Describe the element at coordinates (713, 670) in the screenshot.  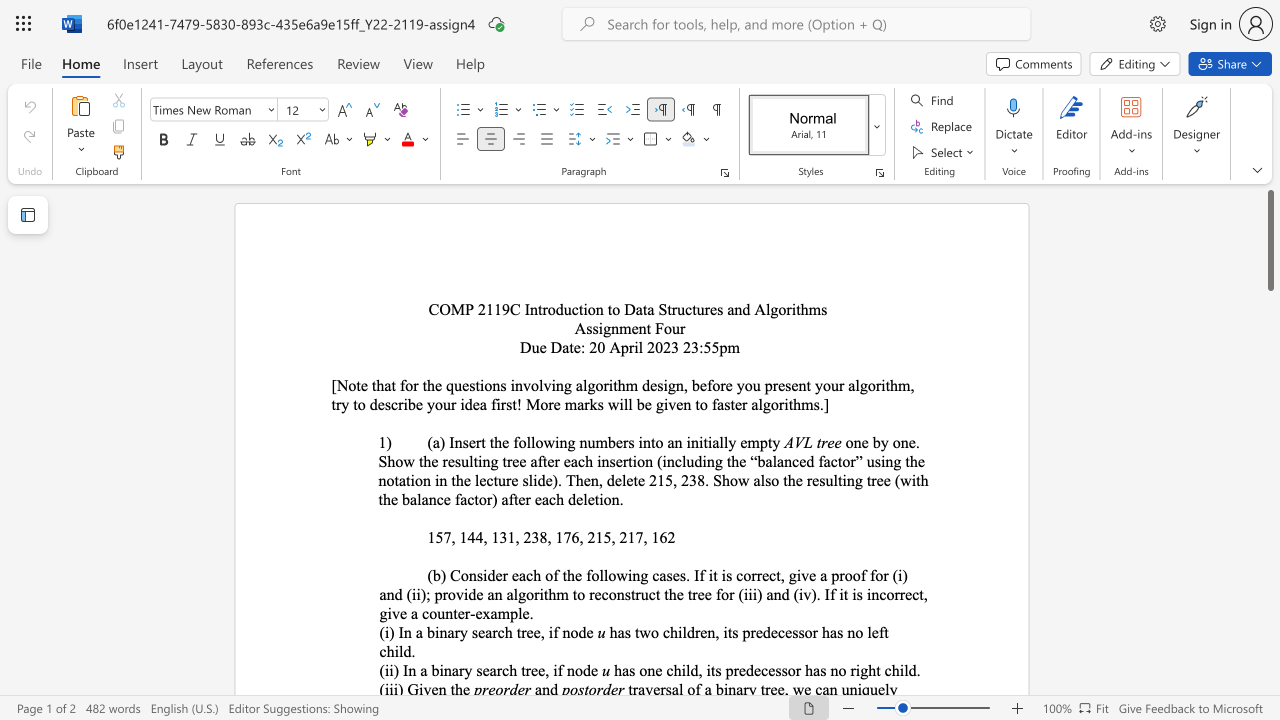
I see `the 1th character "t" in the text` at that location.